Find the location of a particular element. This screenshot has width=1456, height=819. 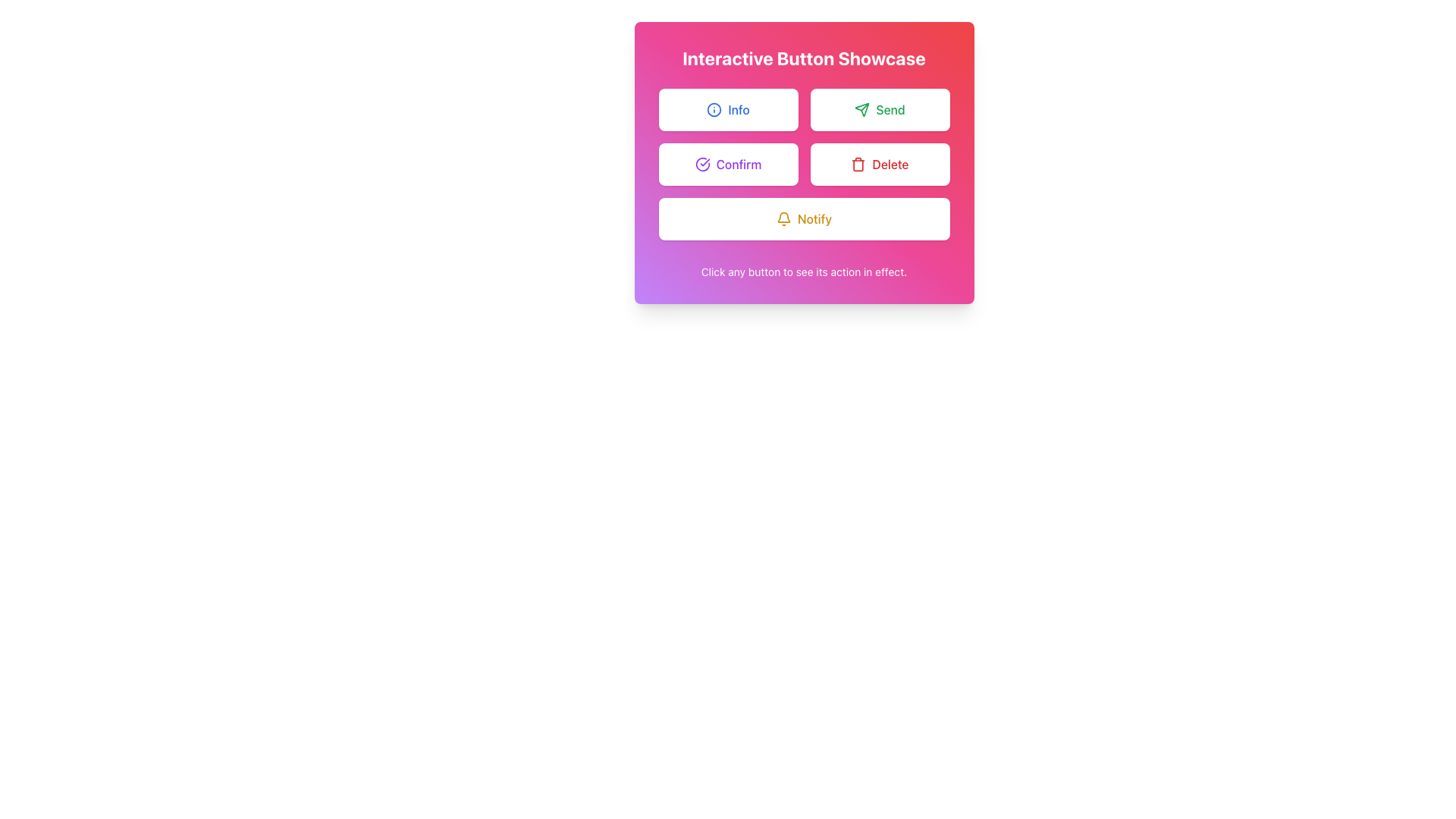

the 'Delete' button, which is identified by the icon indicating a delete action, located in the second row and second column of the button grid within the 'Interactive Button Showcase.' is located at coordinates (858, 164).